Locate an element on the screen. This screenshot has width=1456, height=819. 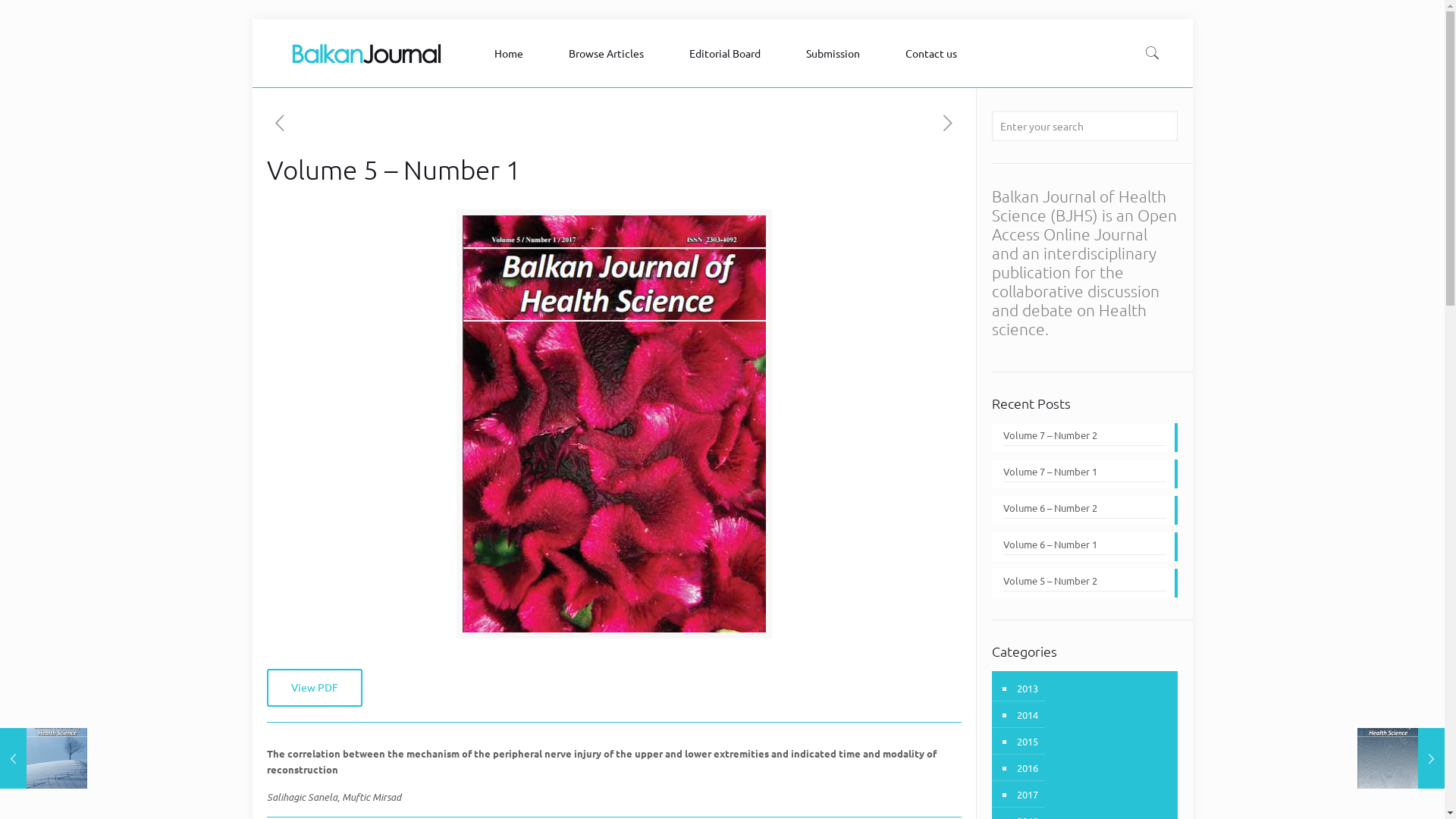
'Submission' is located at coordinates (836, 52).